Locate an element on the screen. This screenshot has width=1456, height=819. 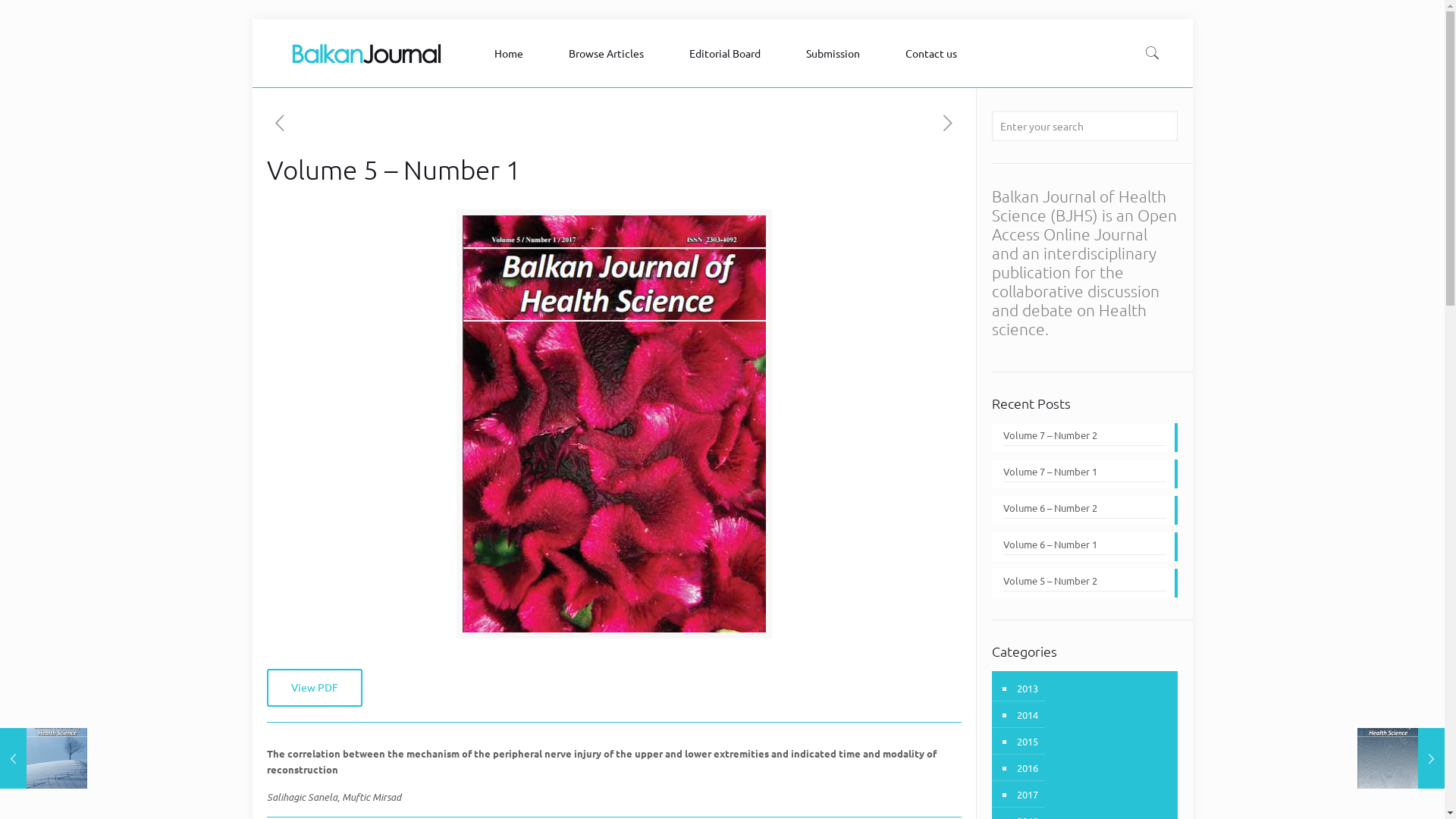
'Submission' is located at coordinates (836, 52).